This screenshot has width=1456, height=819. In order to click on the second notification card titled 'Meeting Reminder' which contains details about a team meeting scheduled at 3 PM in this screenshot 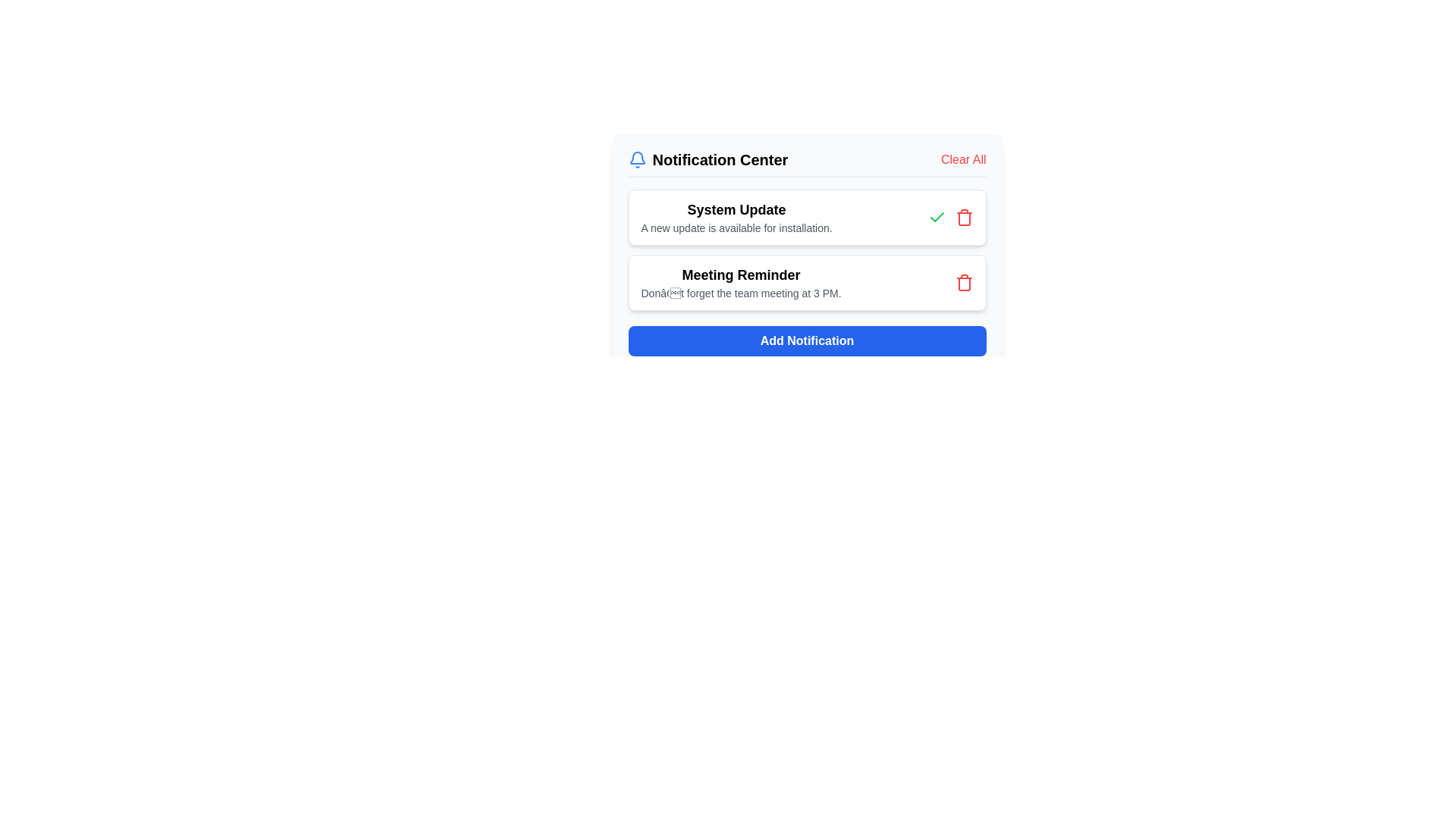, I will do `click(806, 283)`.